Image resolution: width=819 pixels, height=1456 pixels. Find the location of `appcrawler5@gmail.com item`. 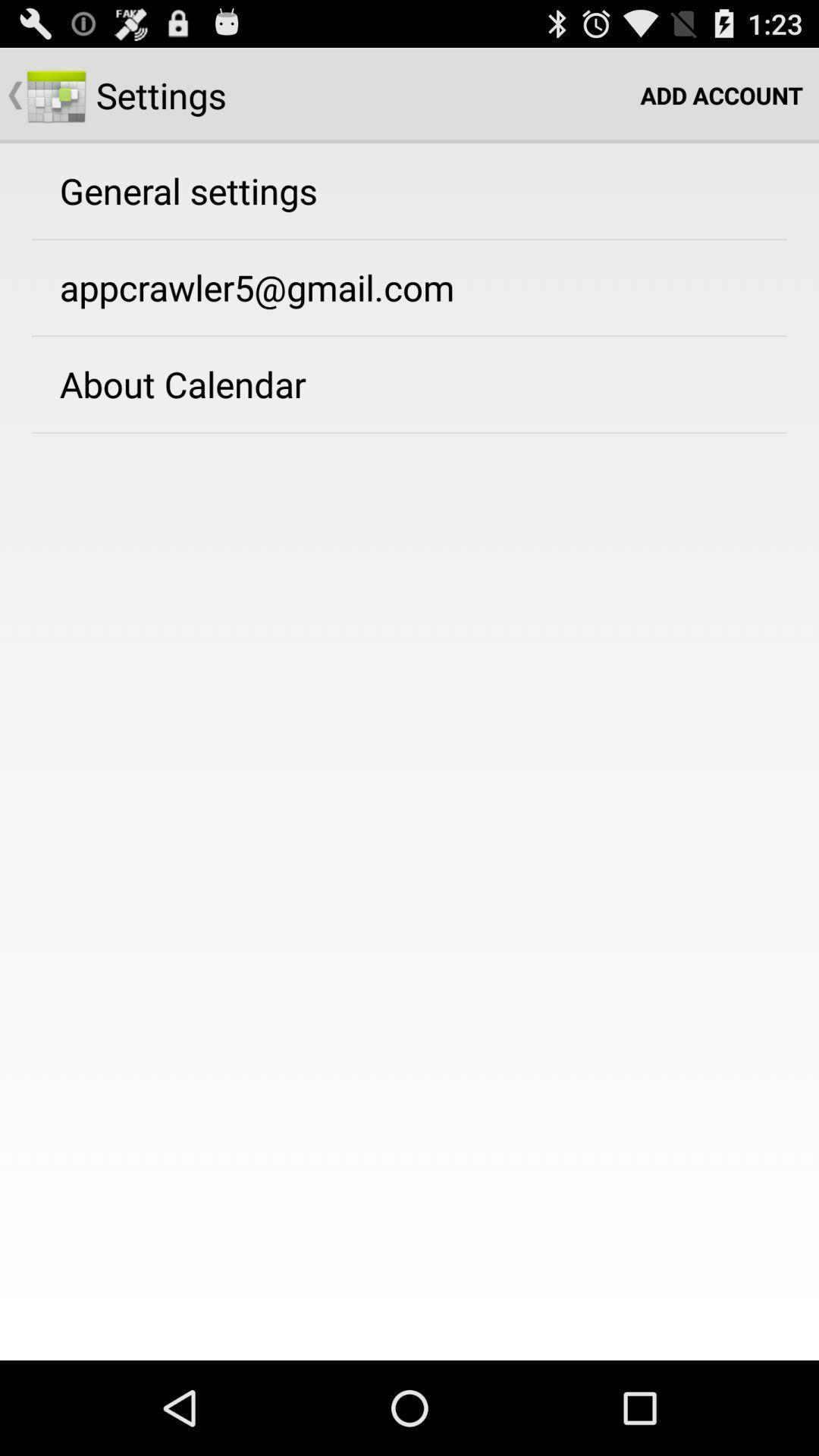

appcrawler5@gmail.com item is located at coordinates (256, 287).